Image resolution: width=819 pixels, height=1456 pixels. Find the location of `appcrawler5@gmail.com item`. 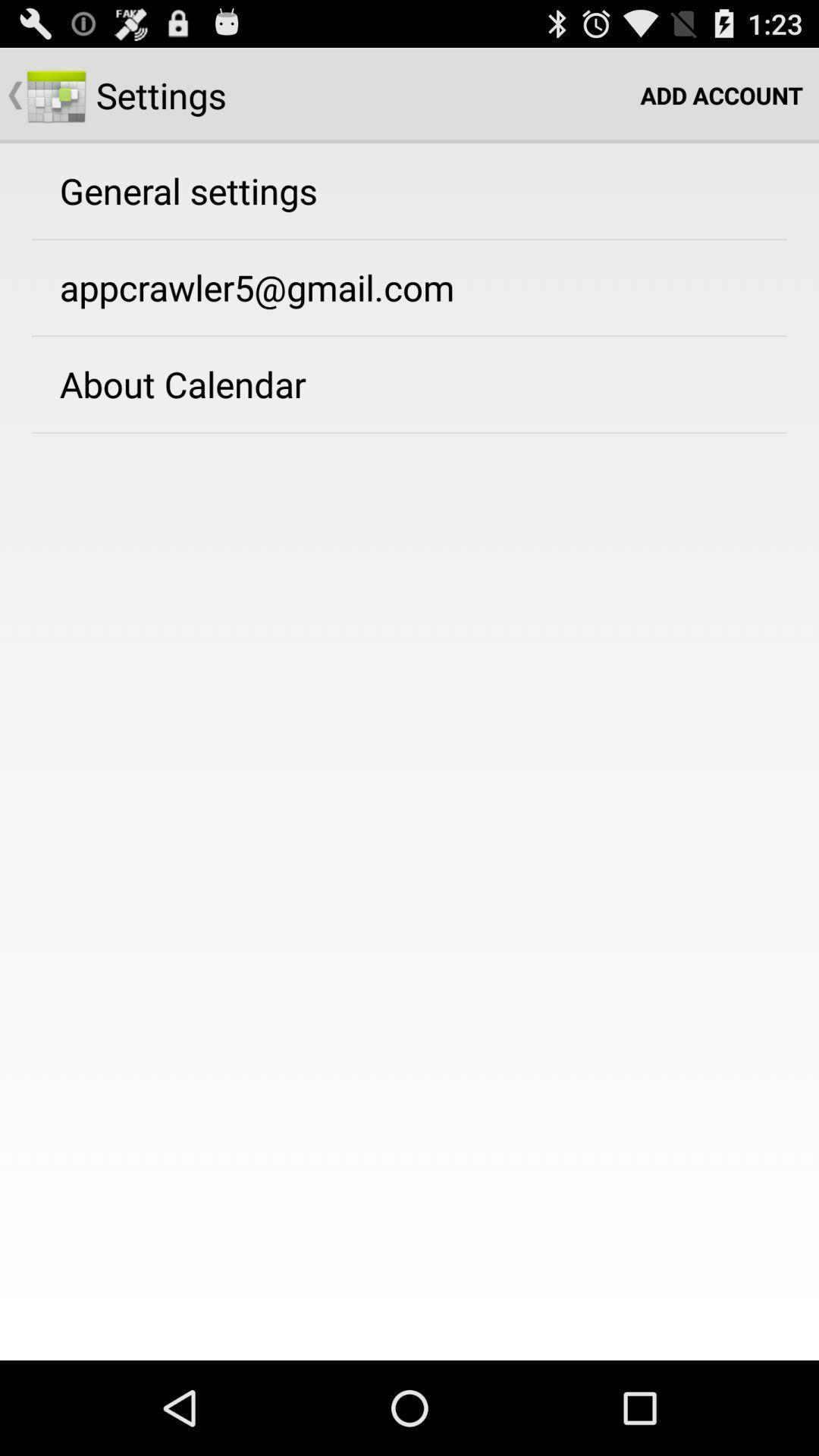

appcrawler5@gmail.com item is located at coordinates (256, 287).